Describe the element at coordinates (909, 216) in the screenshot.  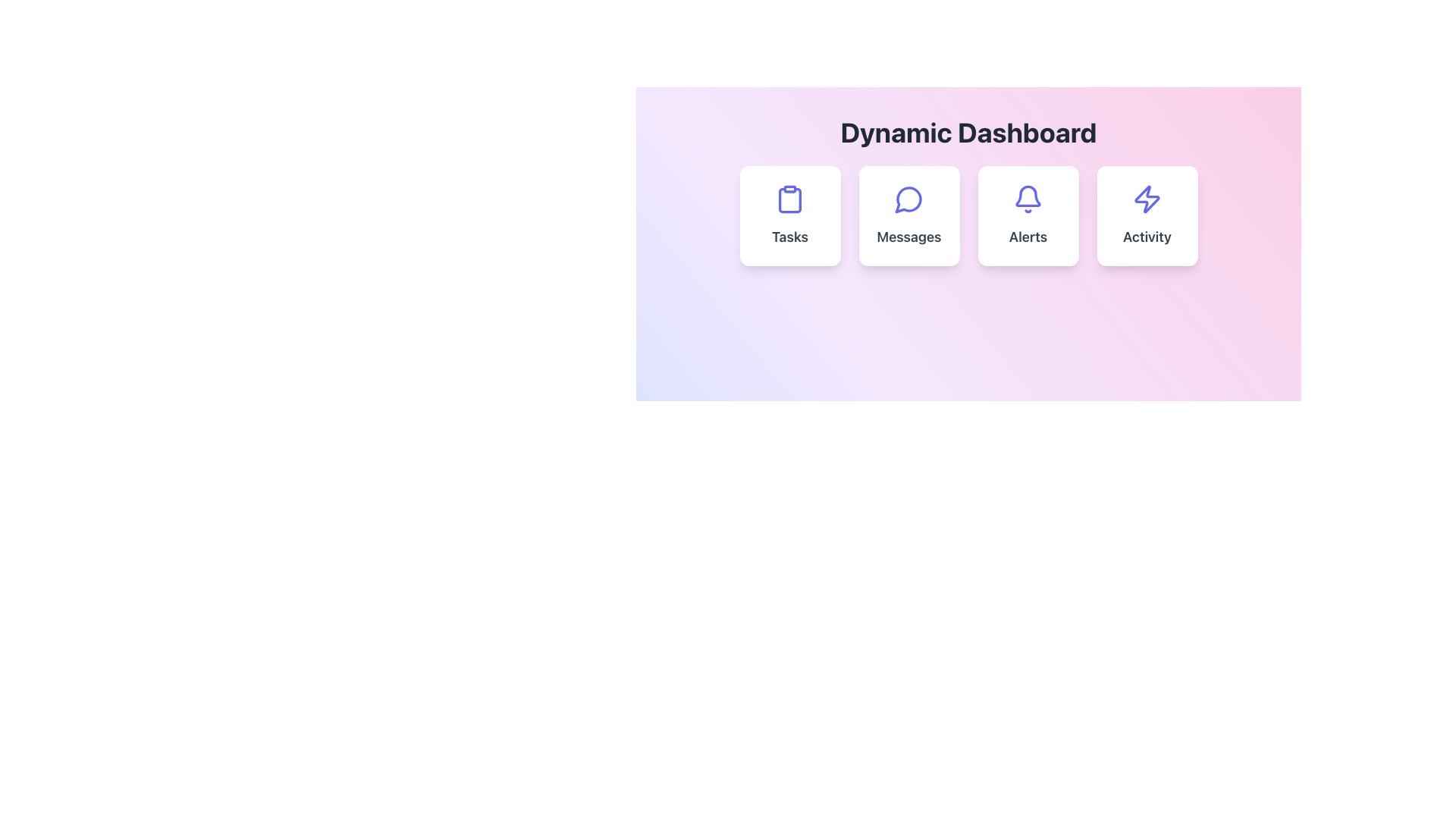
I see `the 'Messages' button, which is the second card from the left in a horizontally arranged 4-card grid` at that location.